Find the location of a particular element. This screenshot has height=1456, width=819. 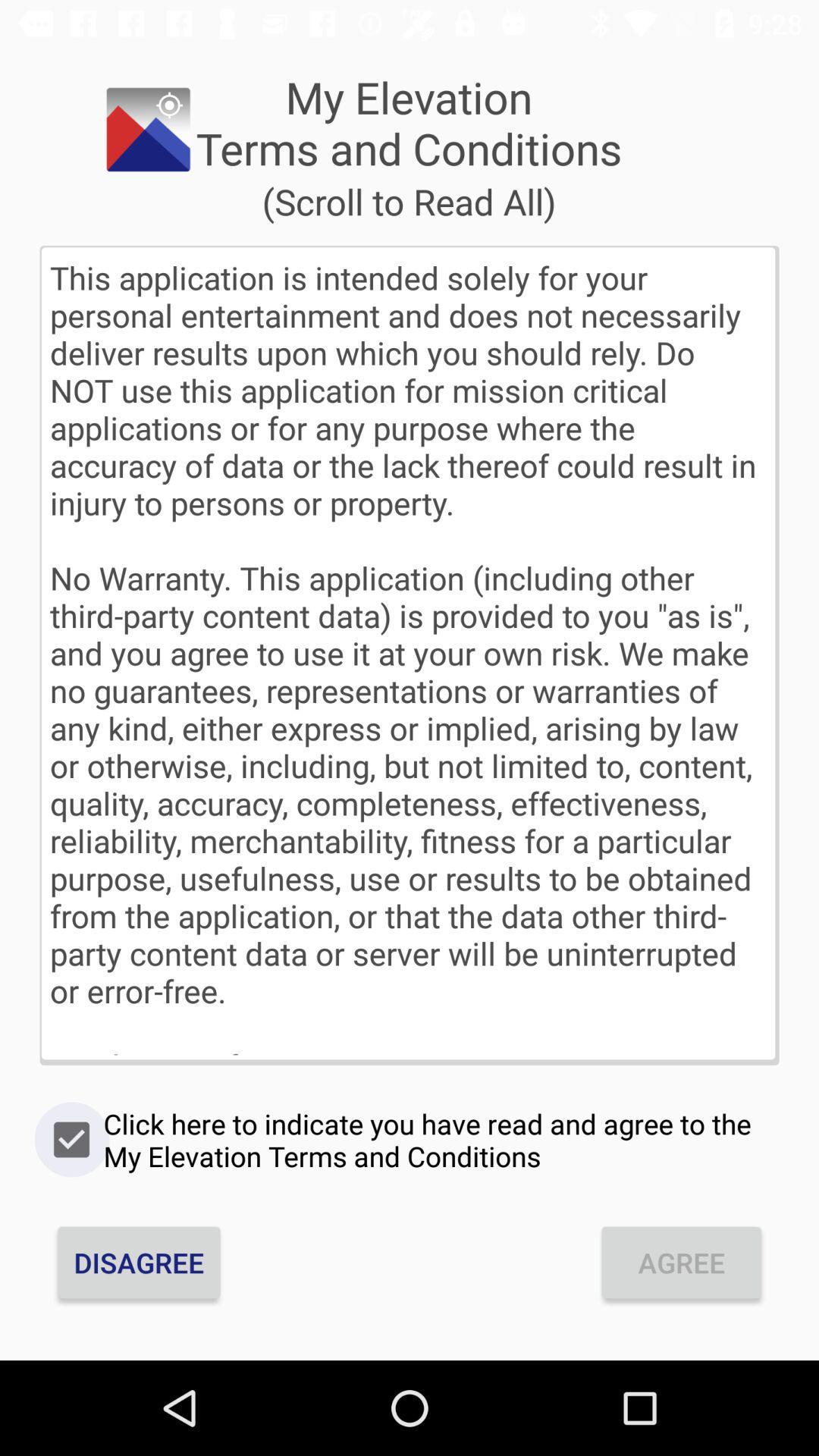

the icon next to agree icon is located at coordinates (139, 1263).